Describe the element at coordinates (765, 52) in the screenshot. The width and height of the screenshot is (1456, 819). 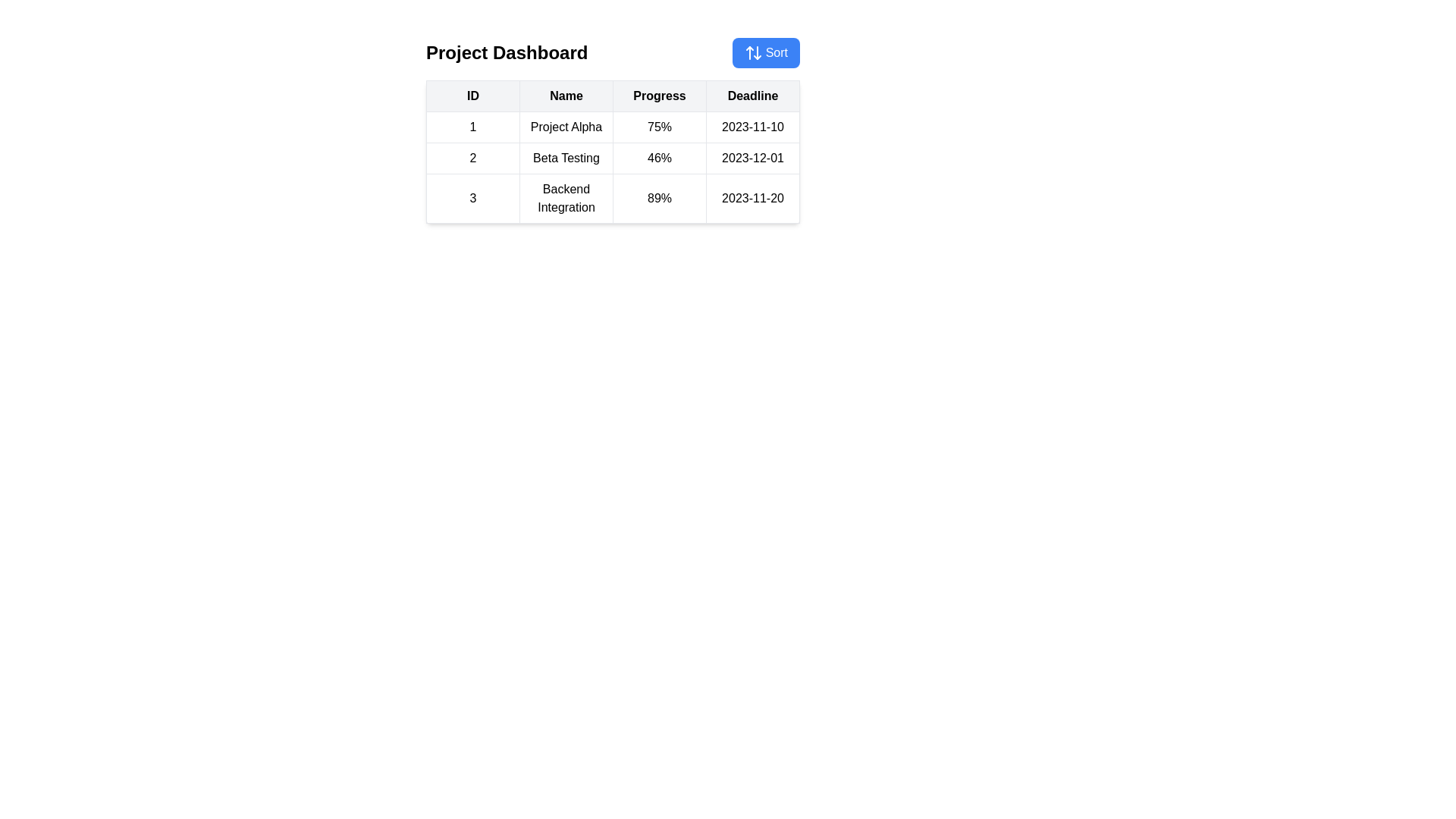
I see `the sorting button located to the right of the text 'Project Dashboard'` at that location.